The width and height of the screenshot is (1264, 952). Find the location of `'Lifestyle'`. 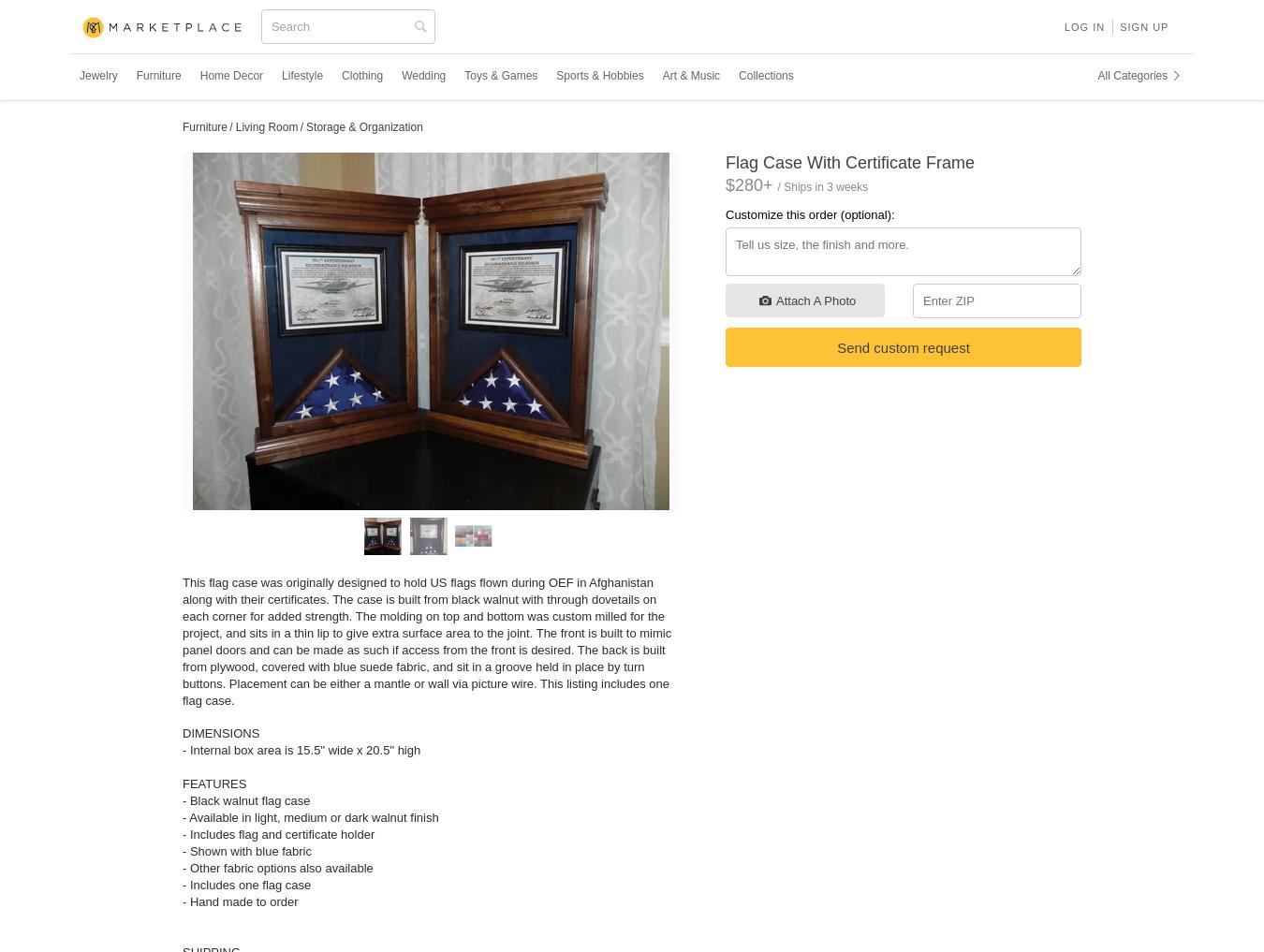

'Lifestyle' is located at coordinates (301, 75).